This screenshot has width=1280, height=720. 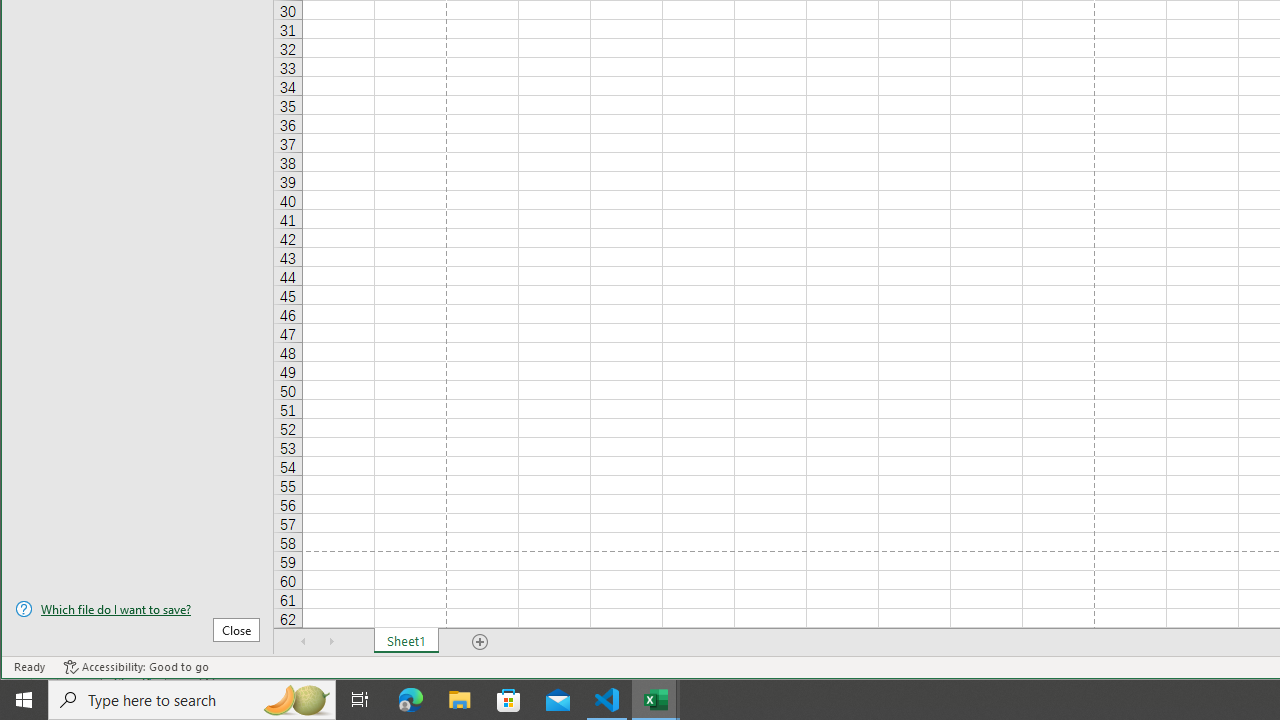 I want to click on 'Add Sheet', so click(x=481, y=641).